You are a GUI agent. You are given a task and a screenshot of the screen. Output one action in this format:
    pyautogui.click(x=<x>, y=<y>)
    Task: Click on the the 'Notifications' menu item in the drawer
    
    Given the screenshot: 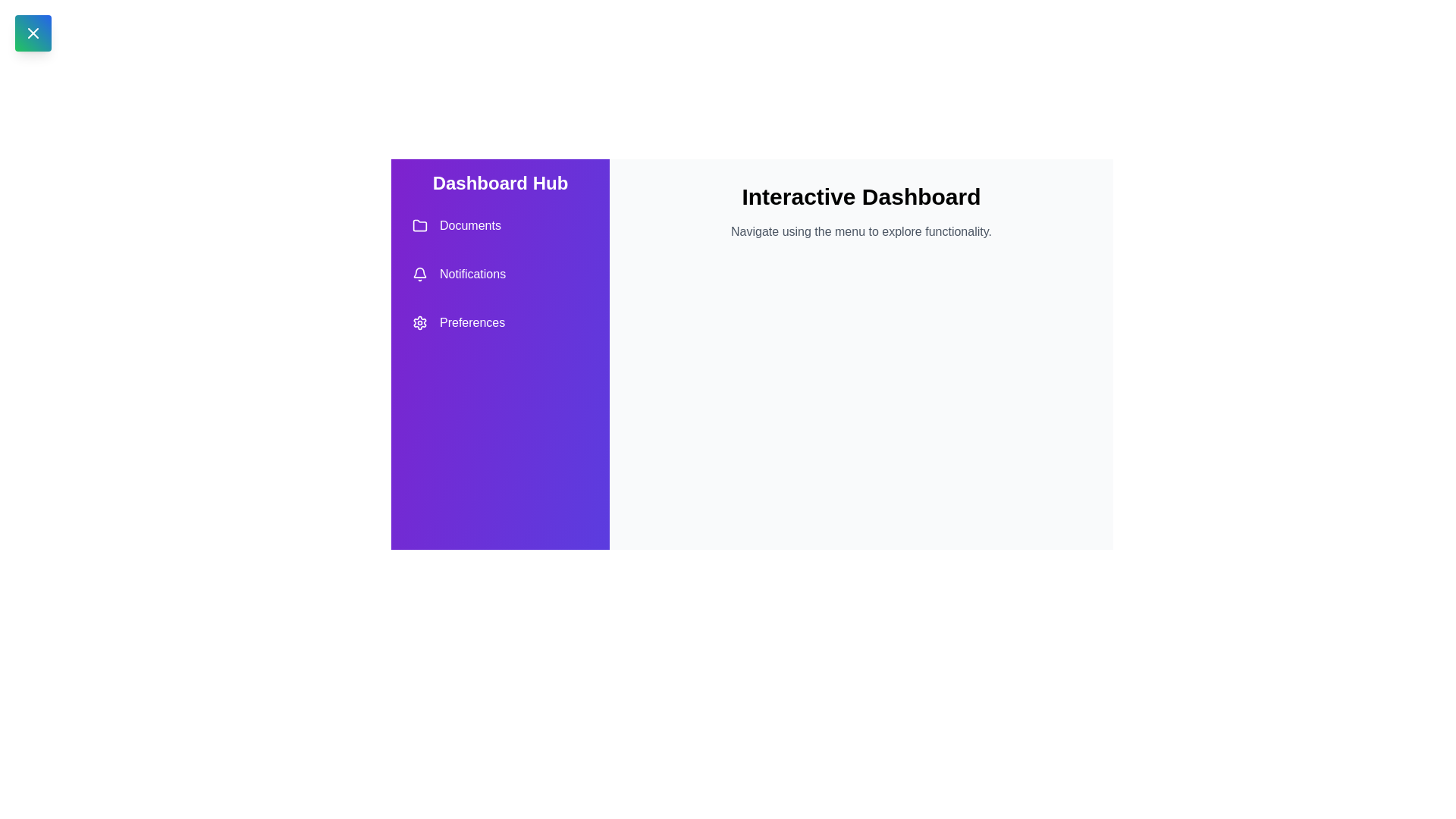 What is the action you would take?
    pyautogui.click(x=500, y=275)
    